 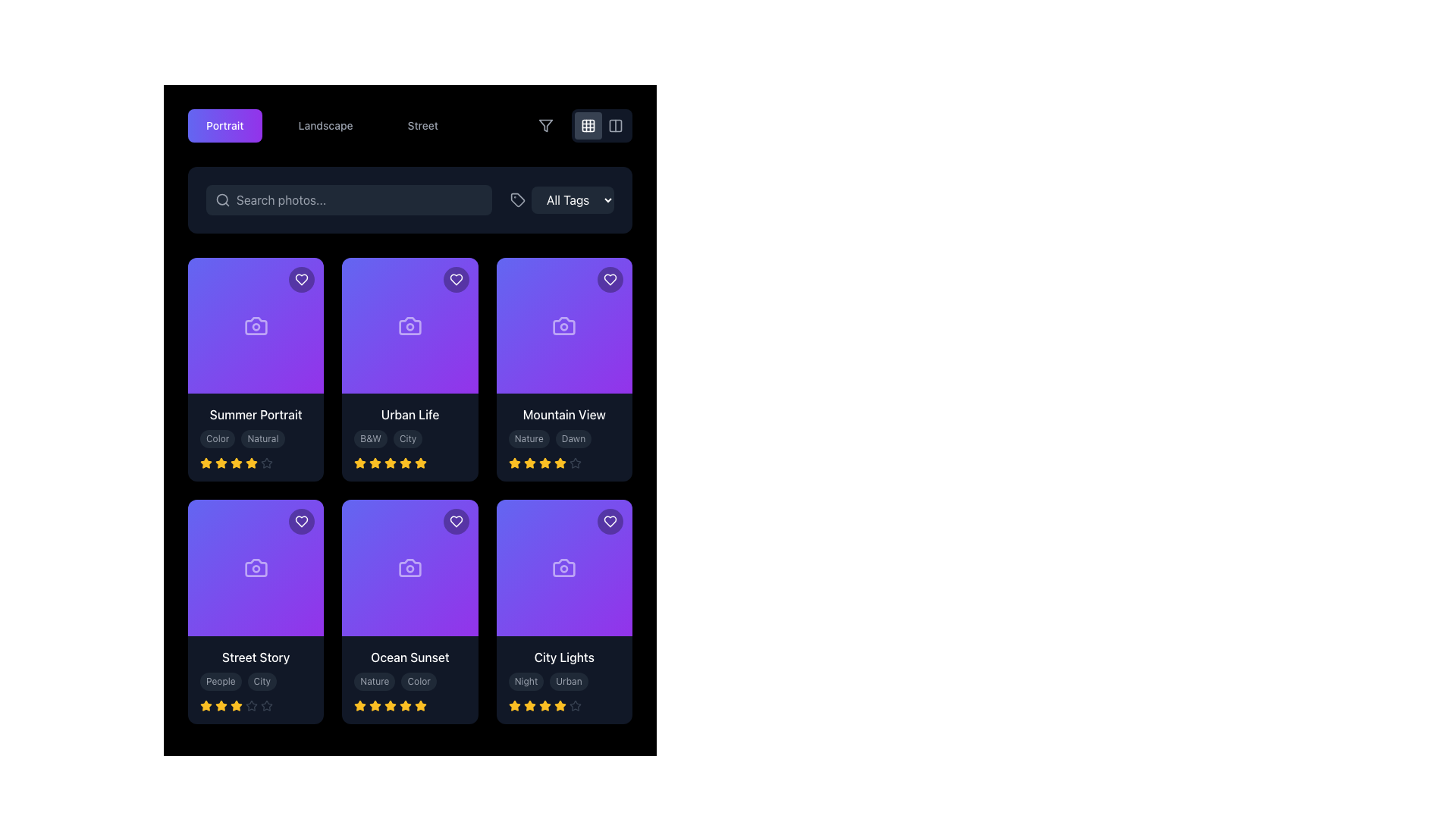 What do you see at coordinates (517, 199) in the screenshot?
I see `the graphical icon for tagging or filtering located in the top-right region of the interface, immediately to the left of the 'All Tags' dropdown menu` at bounding box center [517, 199].